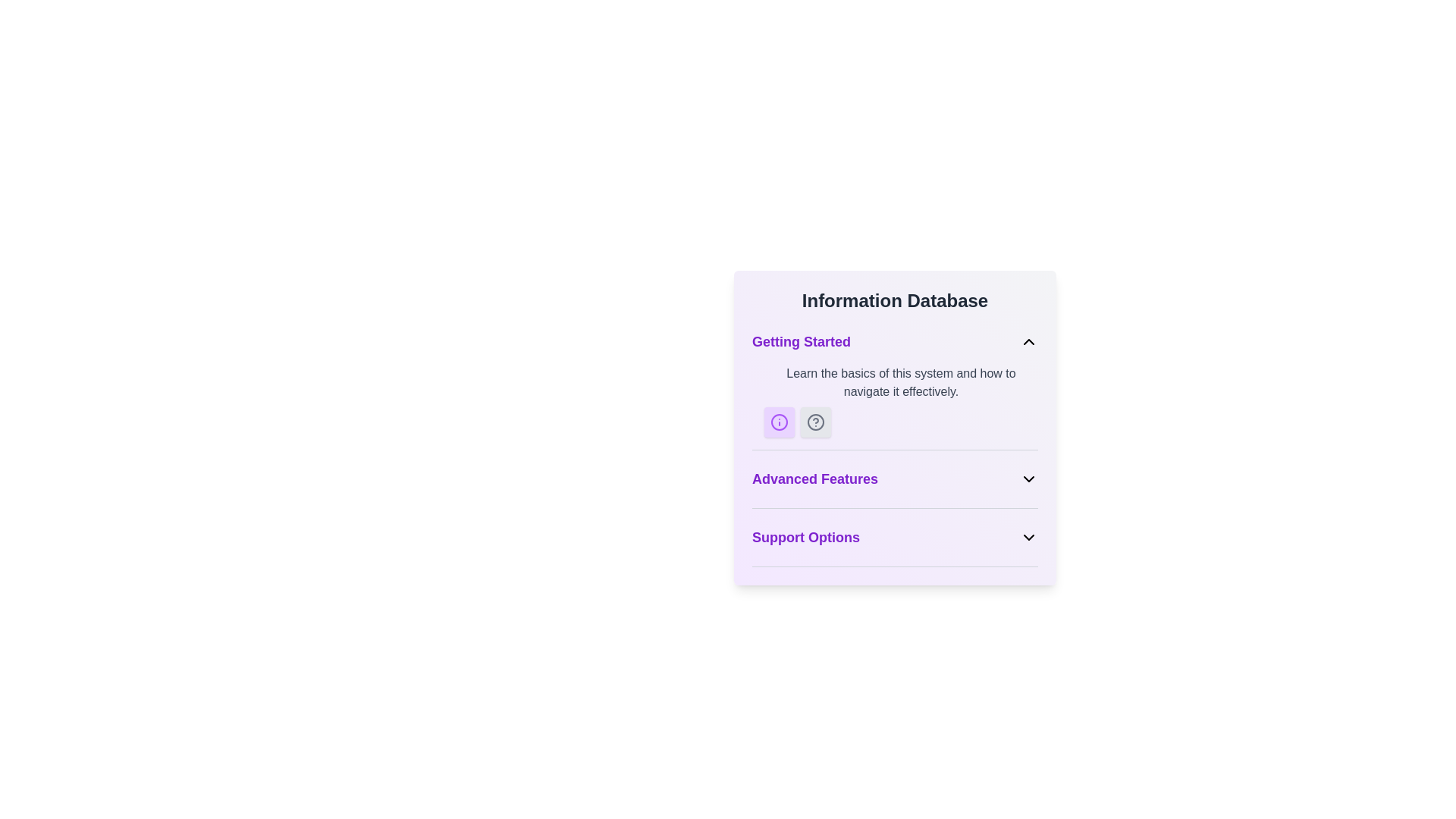  I want to click on the downward chevron icon located on the right side next to the 'Advanced Features' label in the 'Information Database' module, so click(1029, 479).